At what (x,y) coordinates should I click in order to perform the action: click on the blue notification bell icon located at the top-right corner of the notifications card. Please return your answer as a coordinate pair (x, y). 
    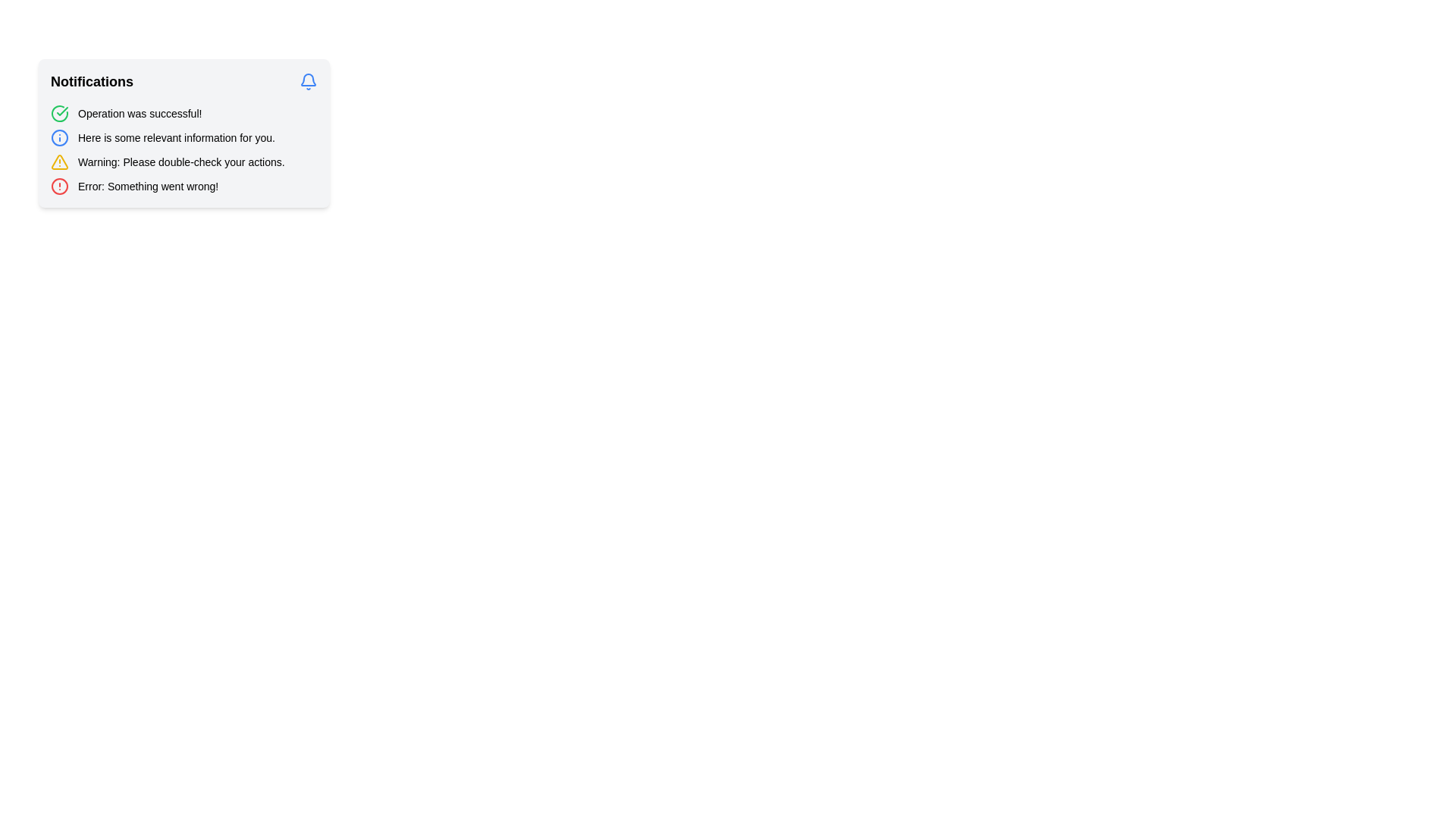
    Looking at the image, I should click on (308, 82).